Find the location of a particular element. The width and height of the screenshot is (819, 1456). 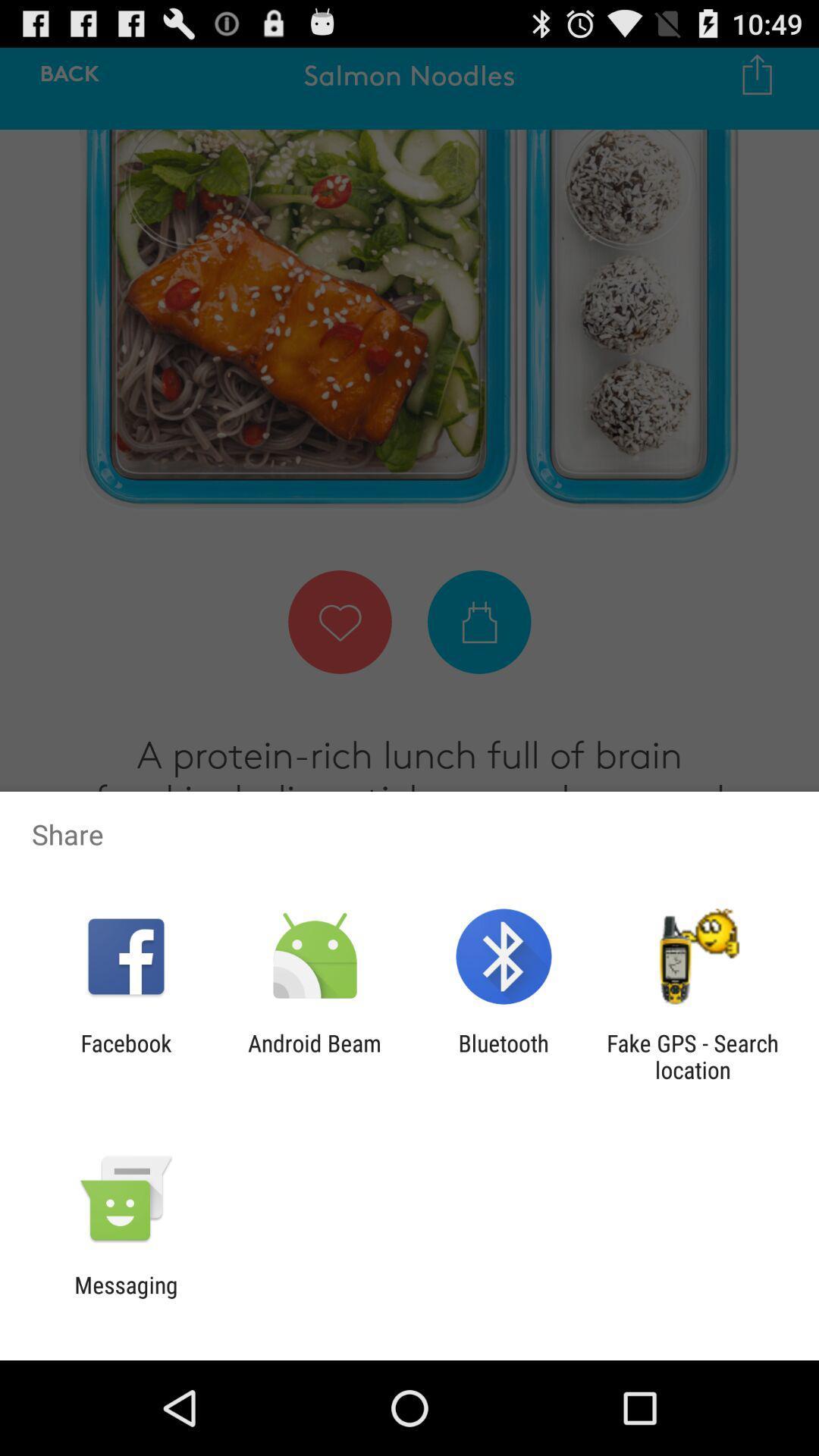

the facebook app is located at coordinates (125, 1056).